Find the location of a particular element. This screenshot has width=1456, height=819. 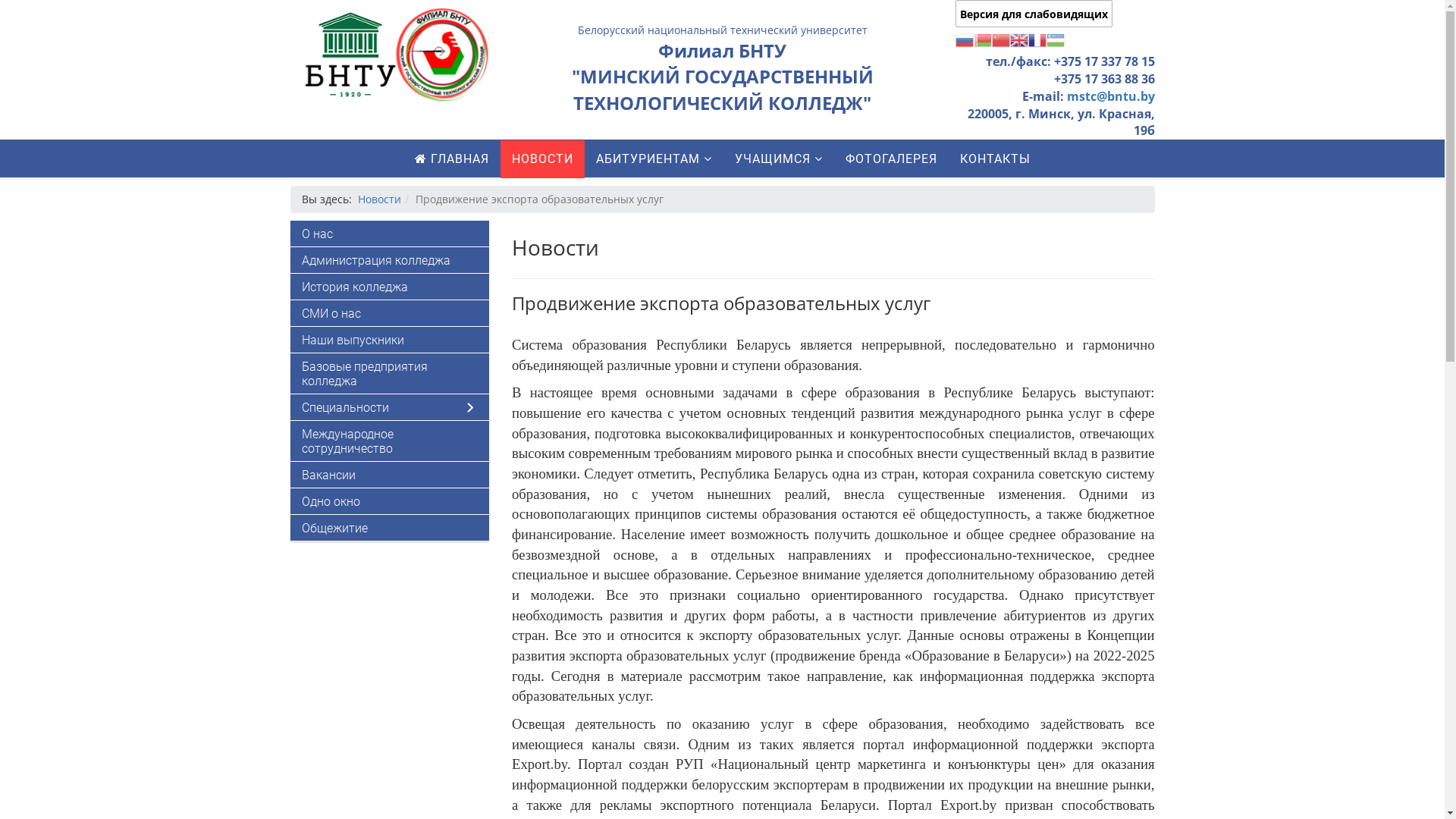

'Uzbek' is located at coordinates (1046, 38).